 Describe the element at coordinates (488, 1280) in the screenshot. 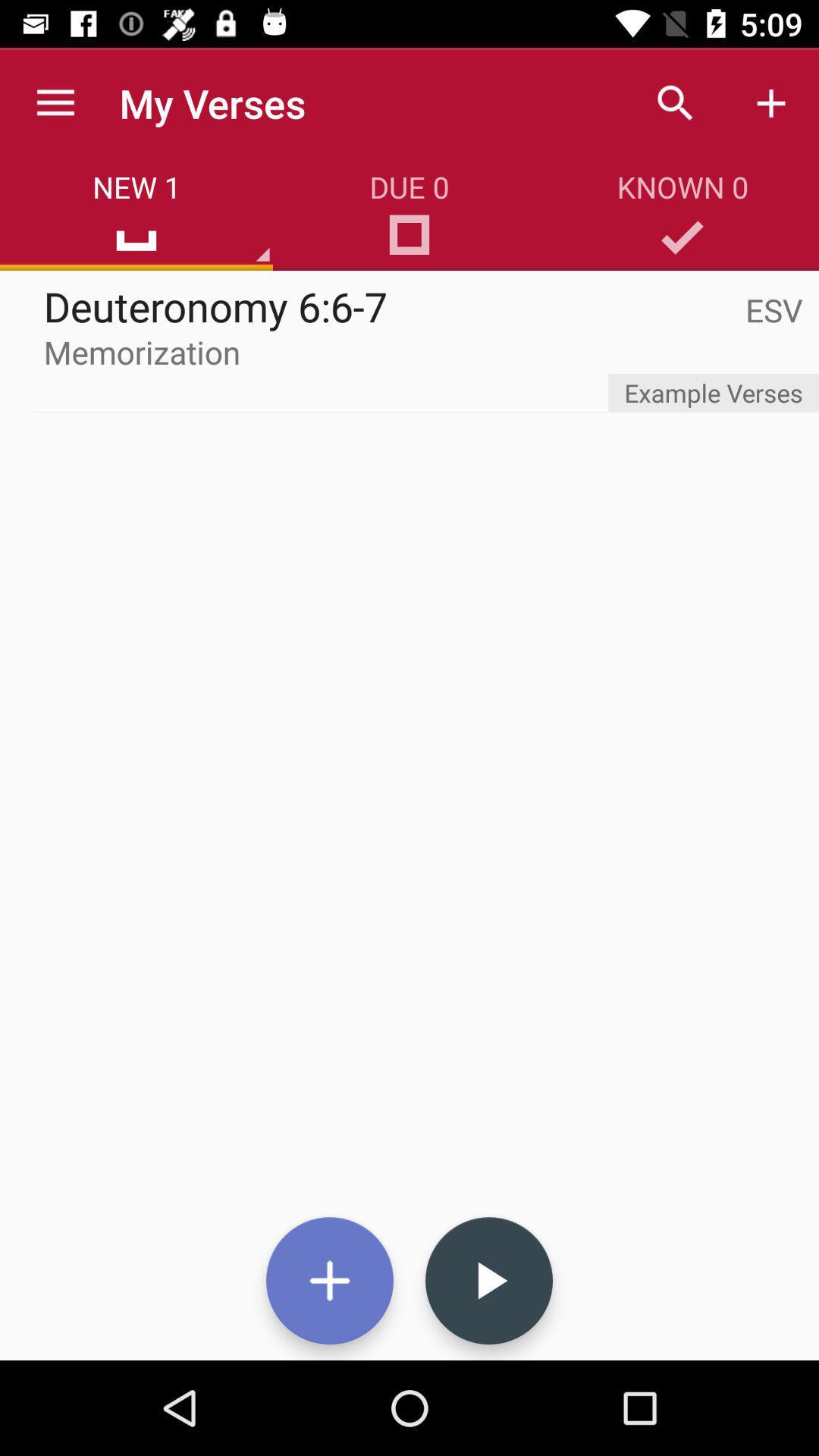

I see `the play icon` at that location.